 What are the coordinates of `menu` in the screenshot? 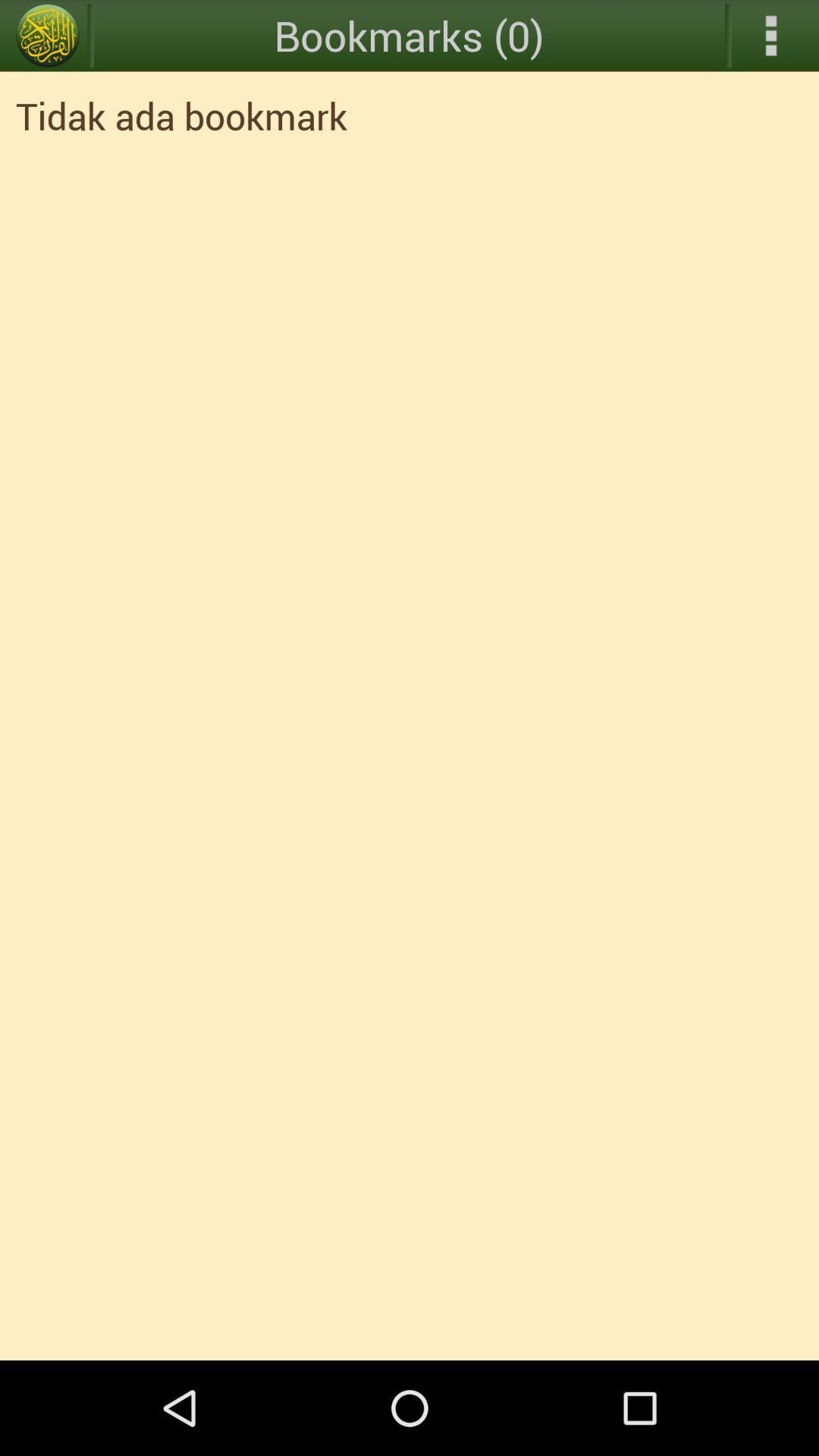 It's located at (46, 36).